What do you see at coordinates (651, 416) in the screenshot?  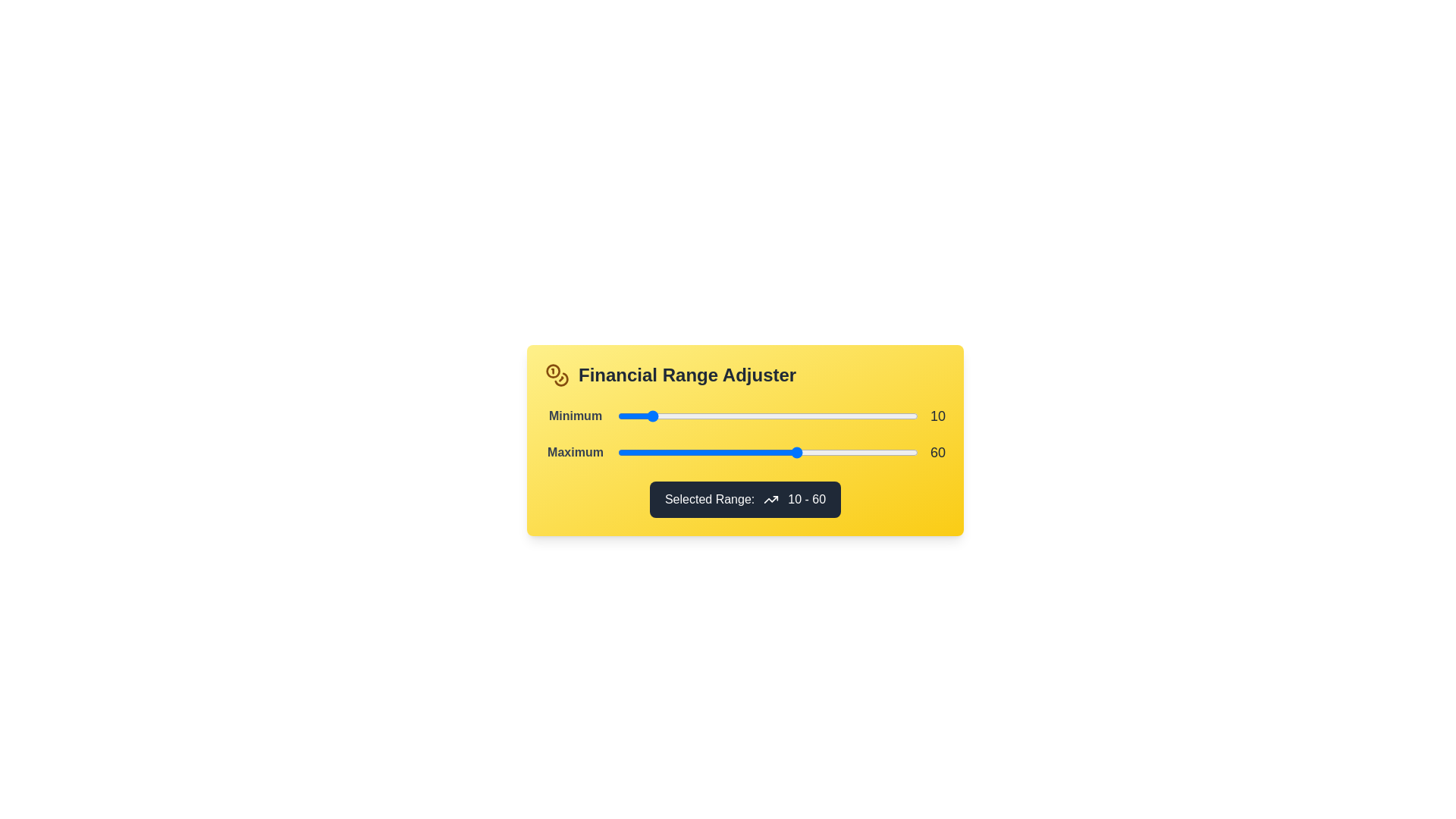 I see `the 'Minimum' slider to 11 within its range` at bounding box center [651, 416].